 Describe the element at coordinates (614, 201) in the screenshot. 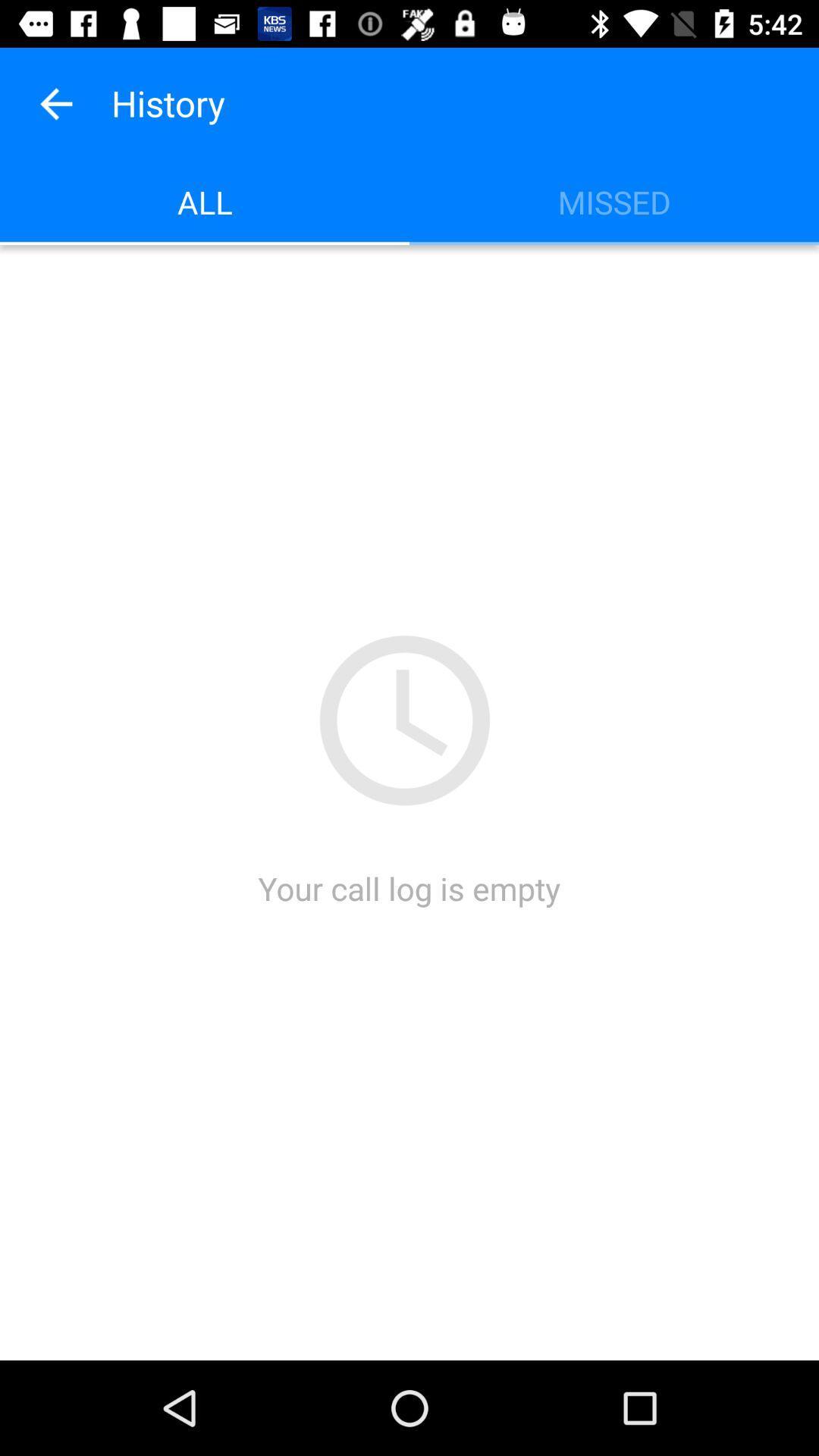

I see `the icon at the top right corner` at that location.